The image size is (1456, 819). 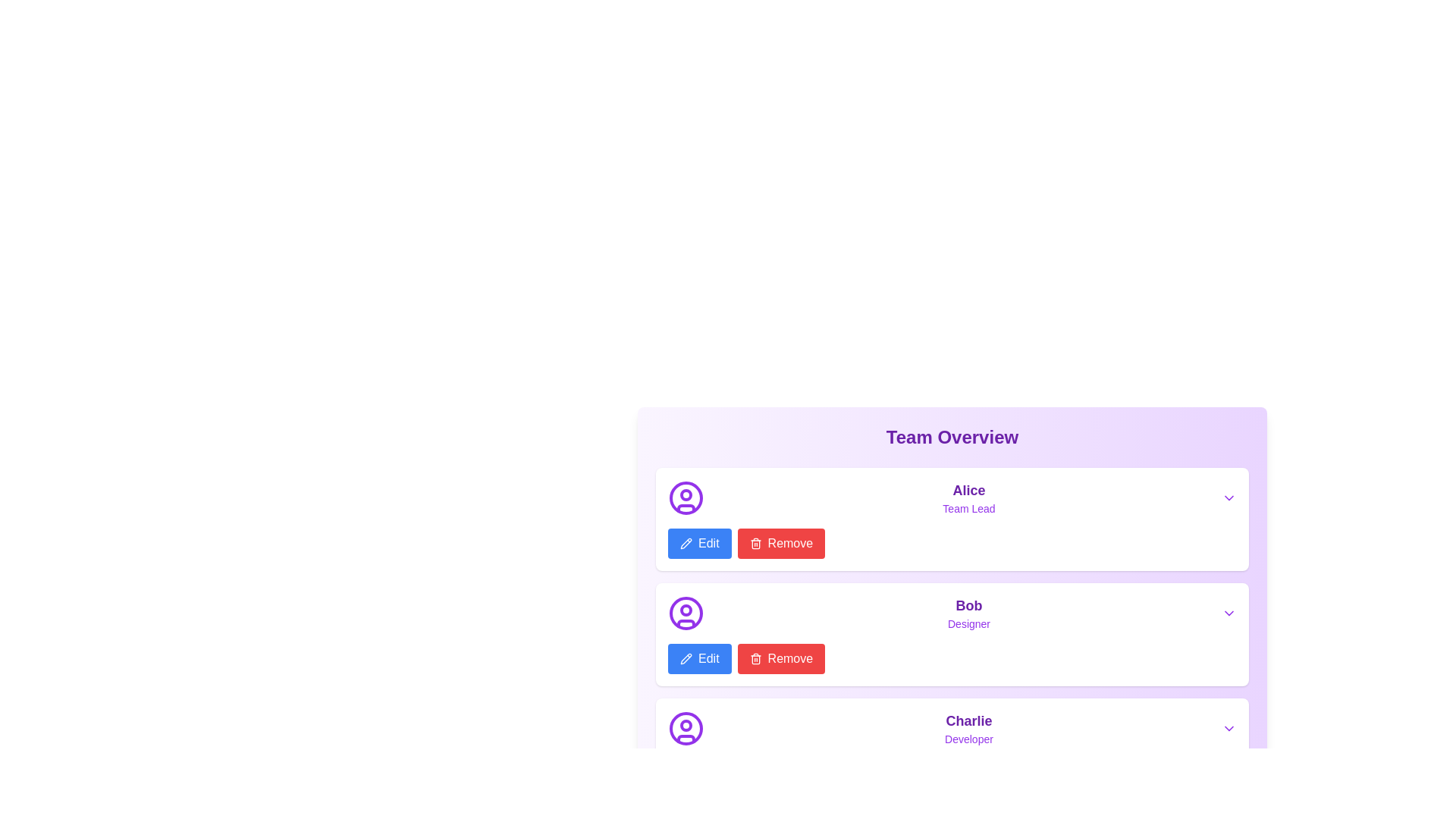 I want to click on the small pencil-shaped icon with a blue outline, located within the Edit button of the second user entry (Bob) in the Team Overview section, so click(x=686, y=657).